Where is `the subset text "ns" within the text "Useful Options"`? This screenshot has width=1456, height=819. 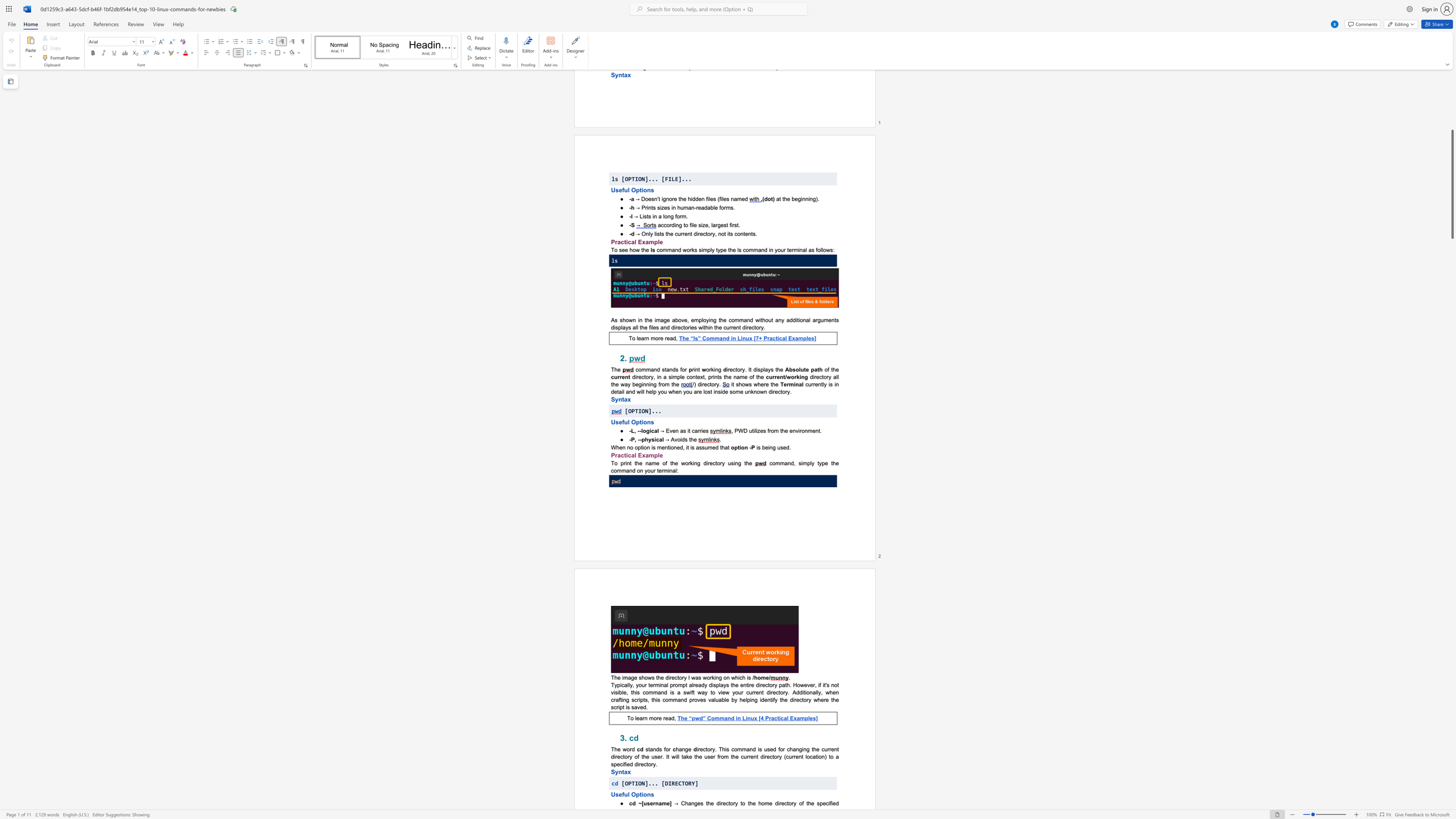
the subset text "ns" within the text "Useful Options" is located at coordinates (647, 794).